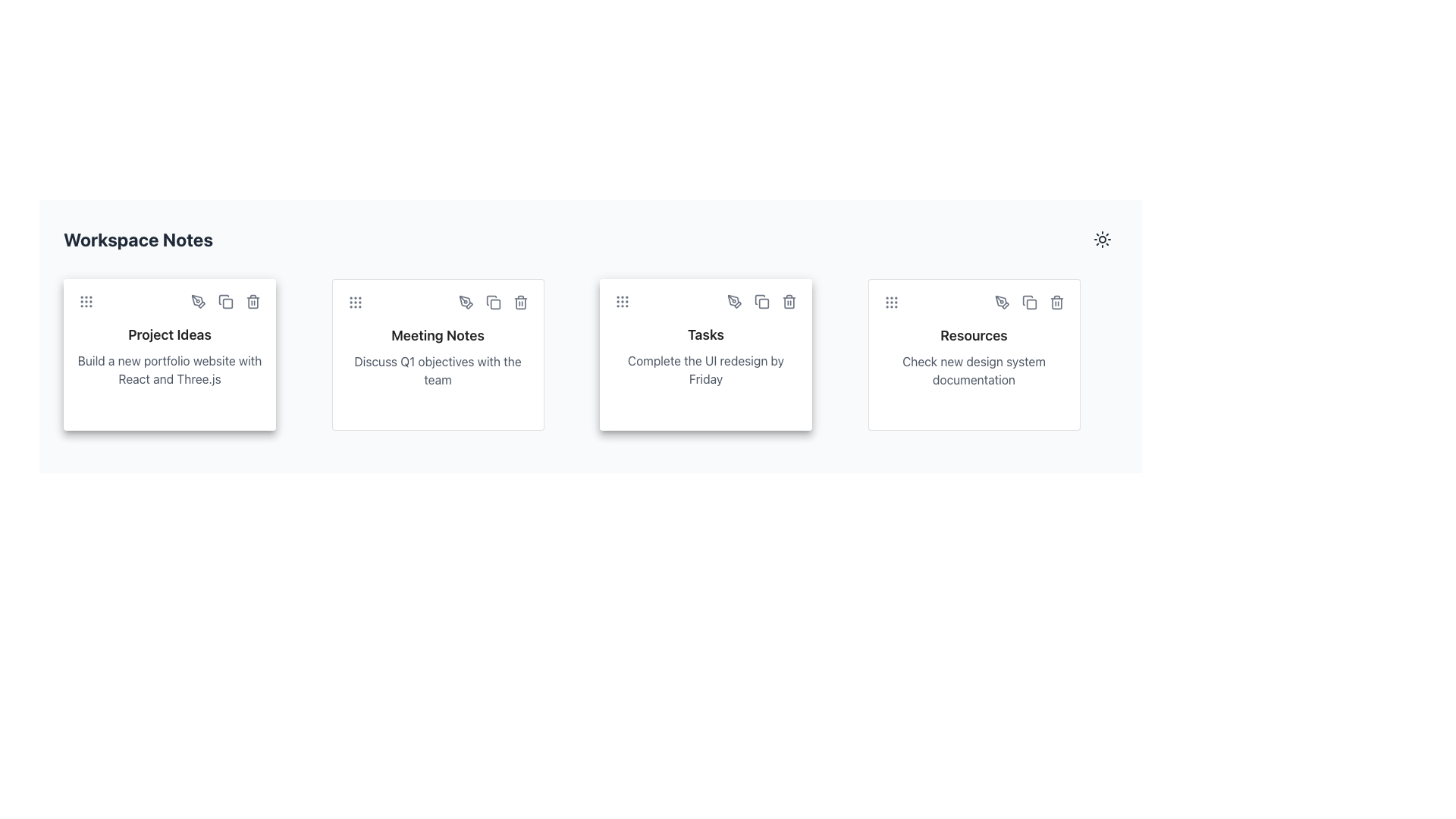 The height and width of the screenshot is (819, 1456). Describe the element at coordinates (760, 300) in the screenshot. I see `the second icon in the action toolbar of the 'Tasks' card in the 'Workspace Notes' section, which resembles a clipboard with rounded edges` at that location.